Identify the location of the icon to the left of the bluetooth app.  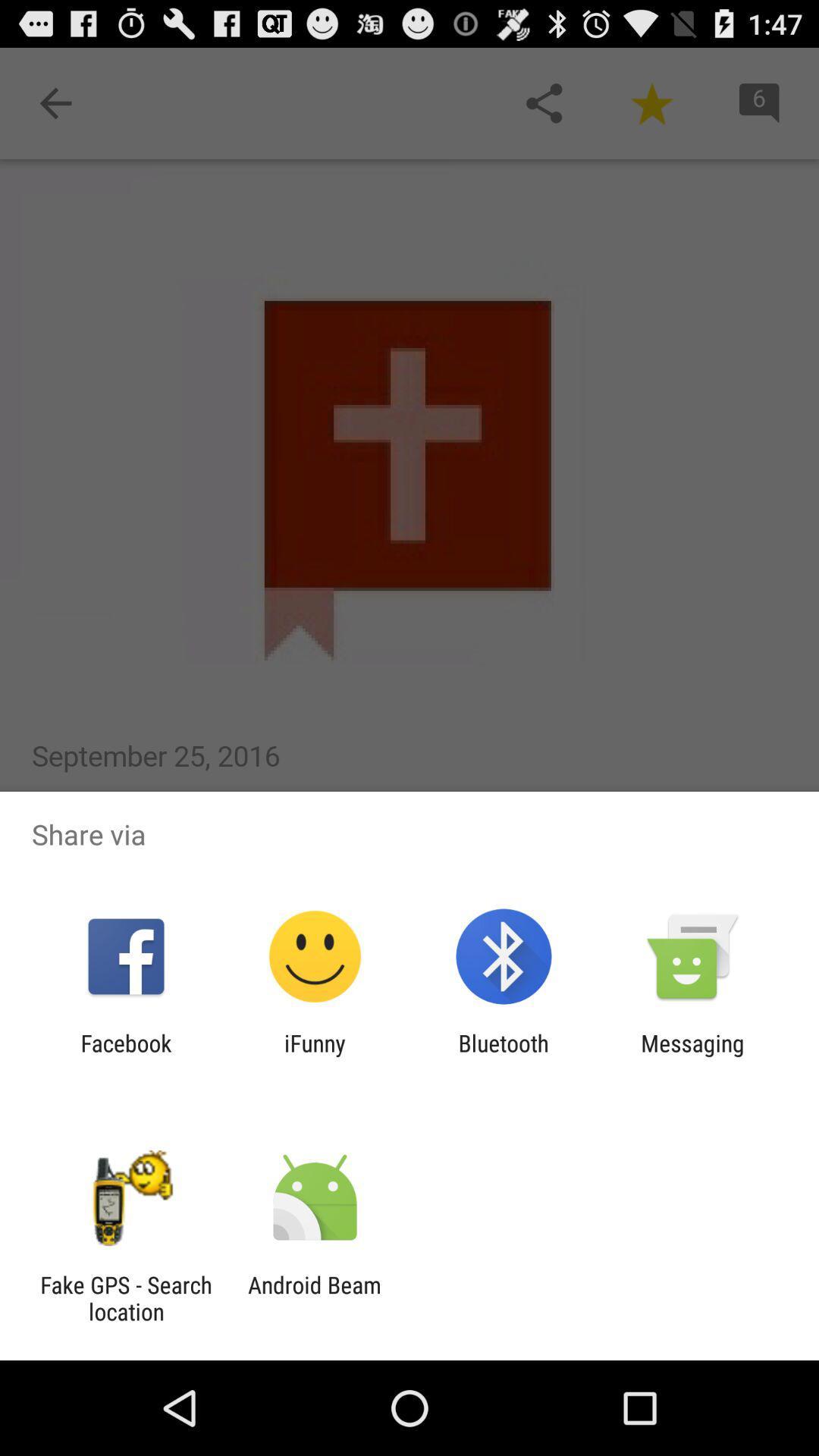
(314, 1056).